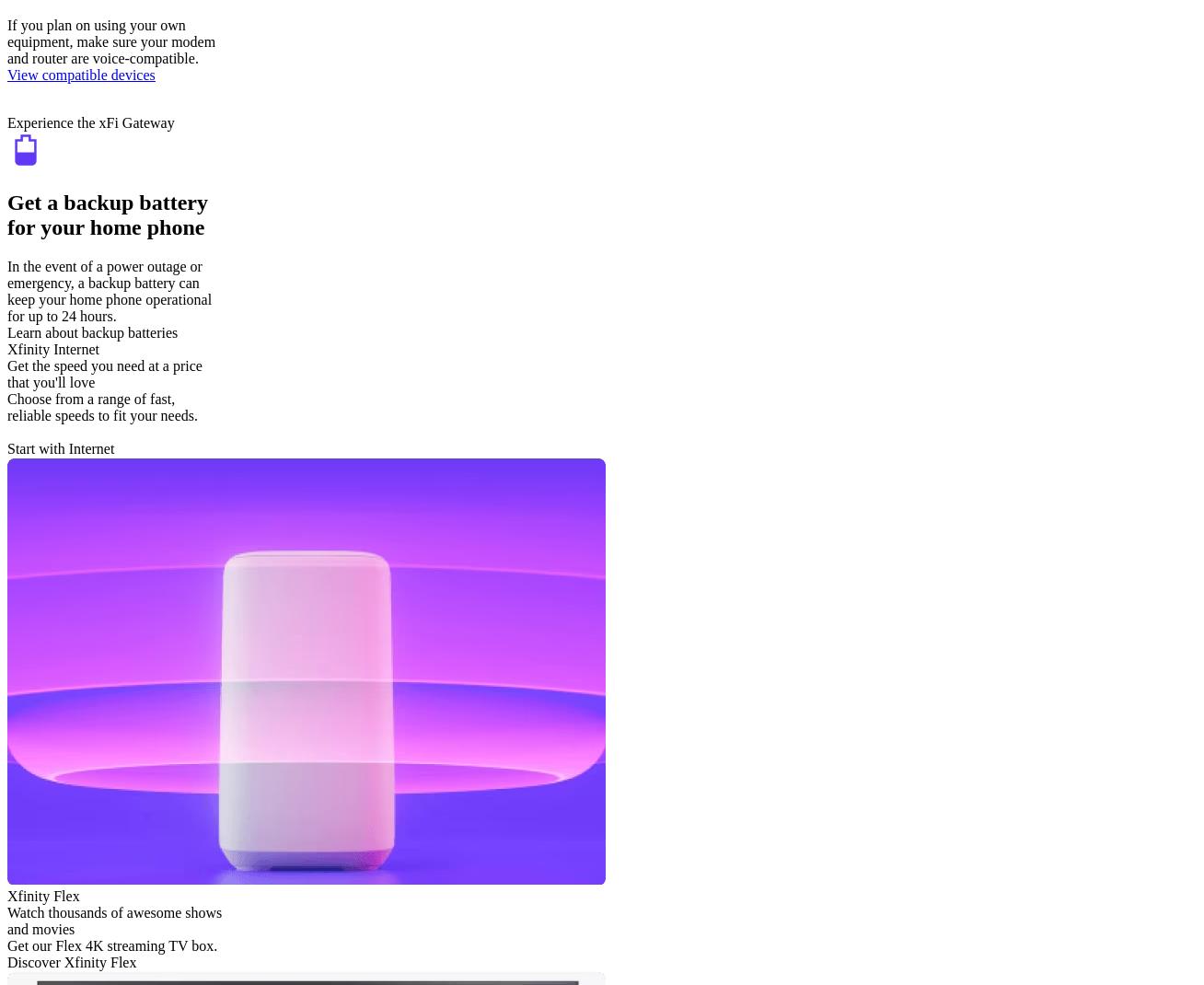 The image size is (1204, 985). What do you see at coordinates (71, 961) in the screenshot?
I see `'Discover Xfinity Flex'` at bounding box center [71, 961].